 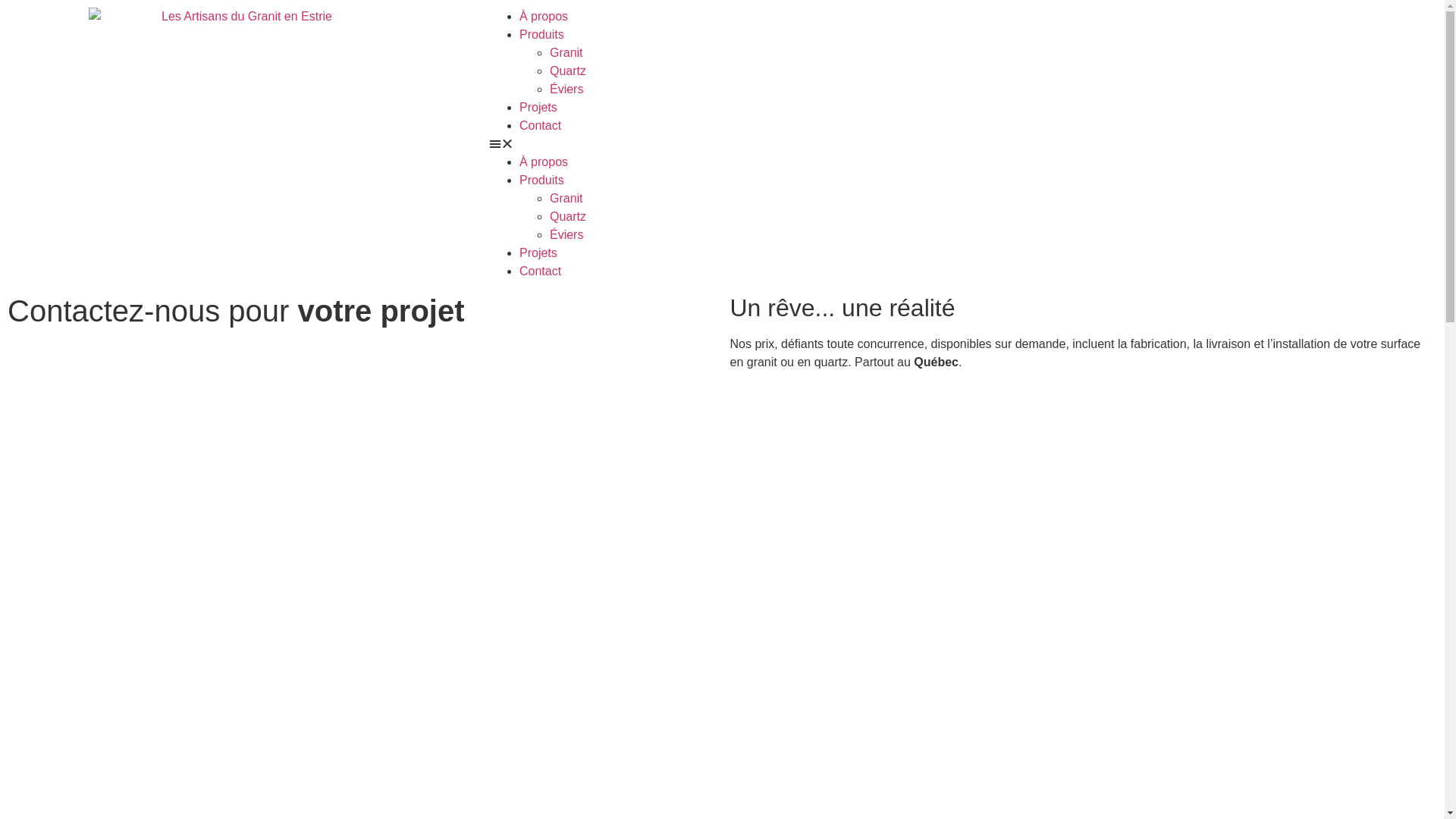 I want to click on 'Quartz', so click(x=566, y=216).